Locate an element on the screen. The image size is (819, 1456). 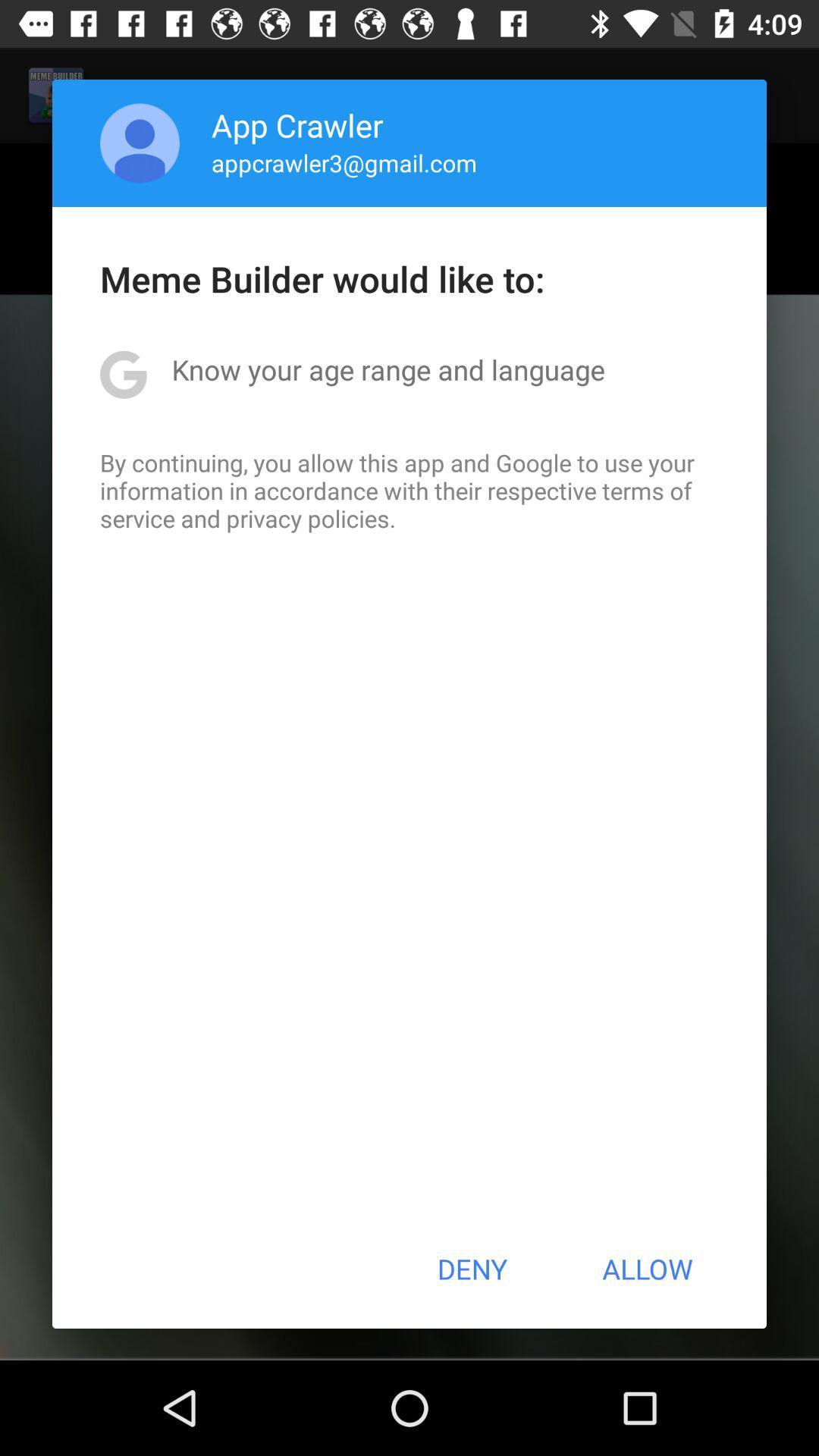
item at the bottom is located at coordinates (471, 1269).